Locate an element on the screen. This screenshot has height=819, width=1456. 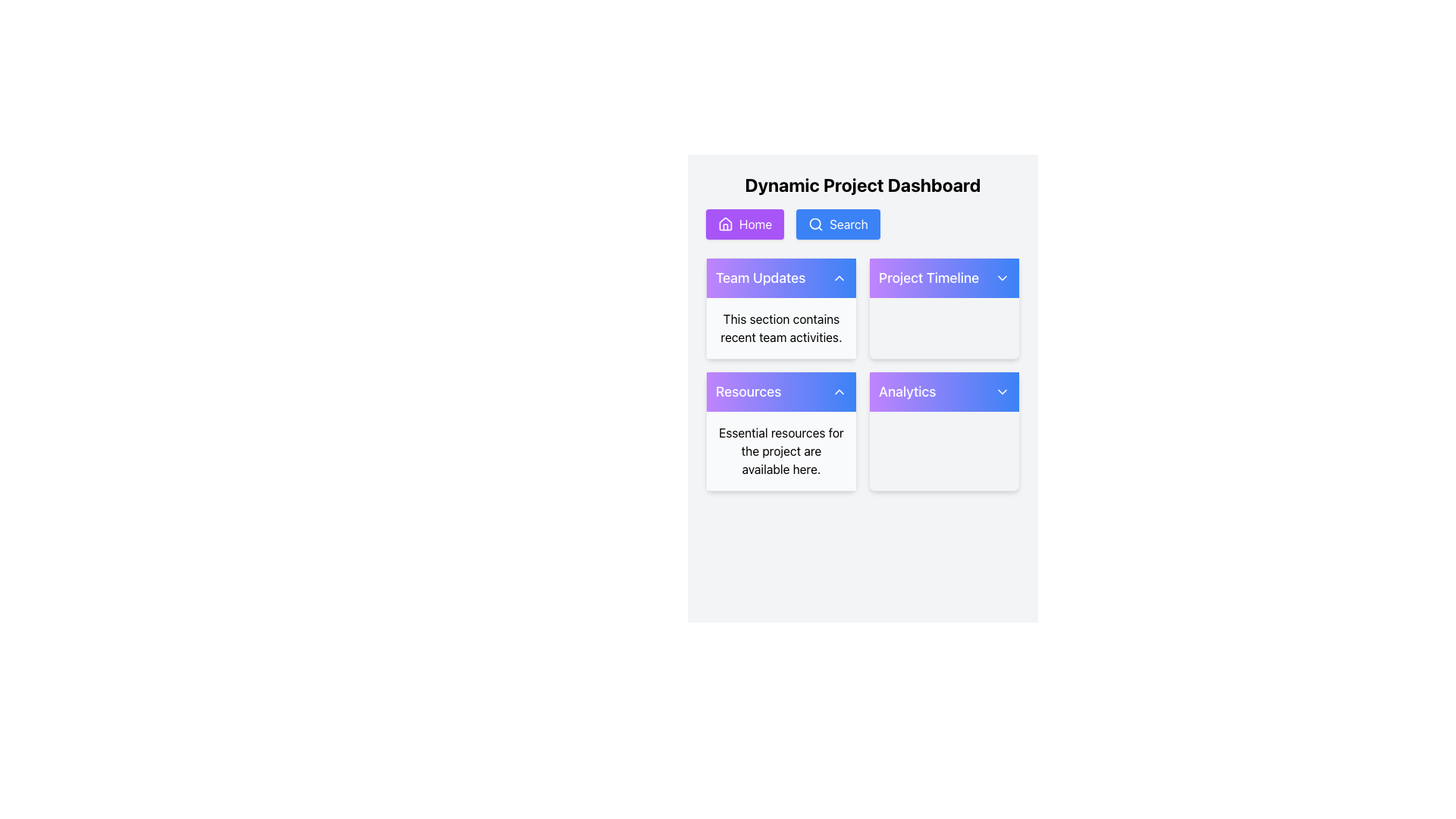
the toggle icon located in the header of the 'Team Updates' card is located at coordinates (839, 278).